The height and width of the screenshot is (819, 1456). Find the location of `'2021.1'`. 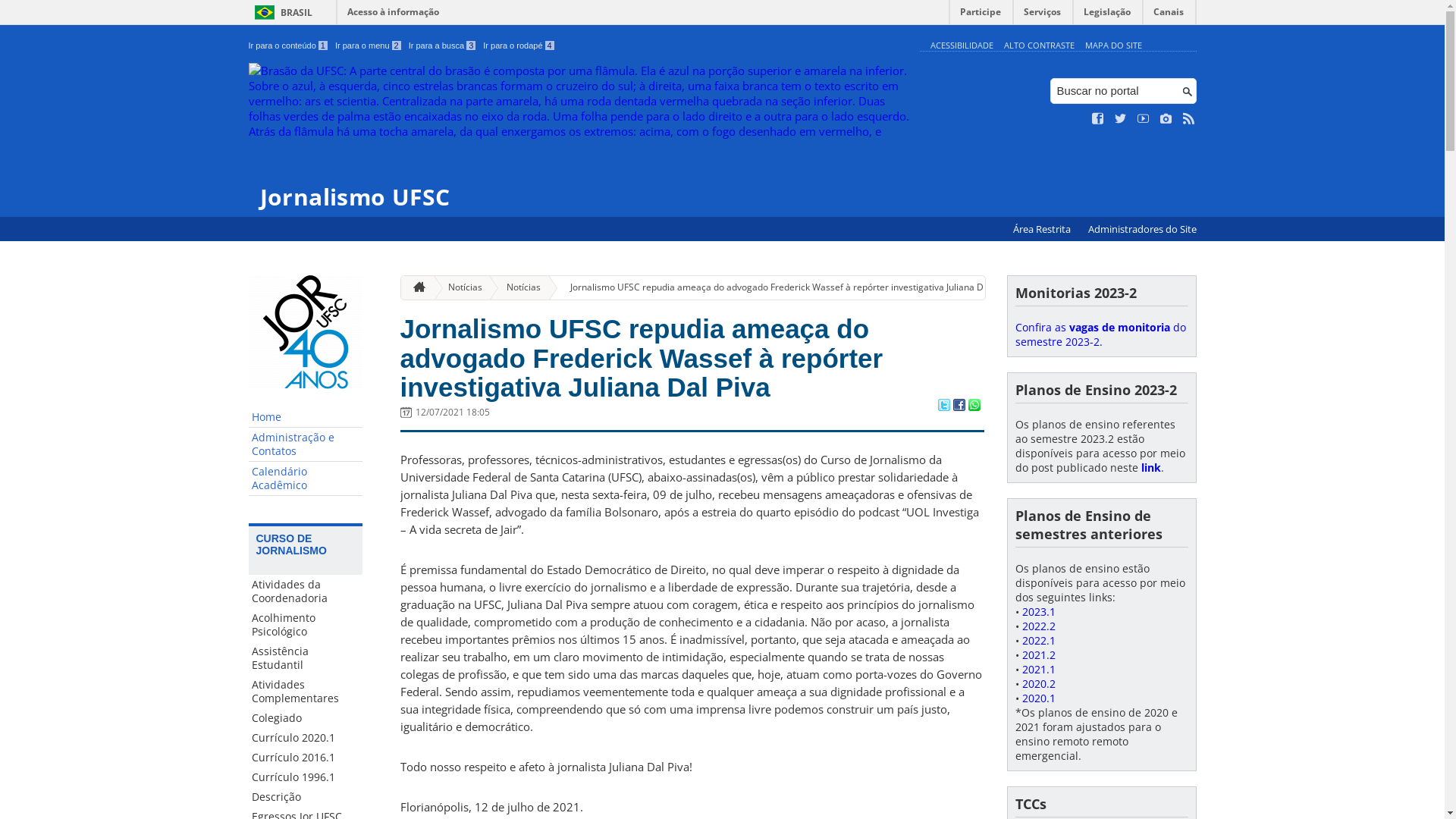

'2021.1' is located at coordinates (1037, 668).